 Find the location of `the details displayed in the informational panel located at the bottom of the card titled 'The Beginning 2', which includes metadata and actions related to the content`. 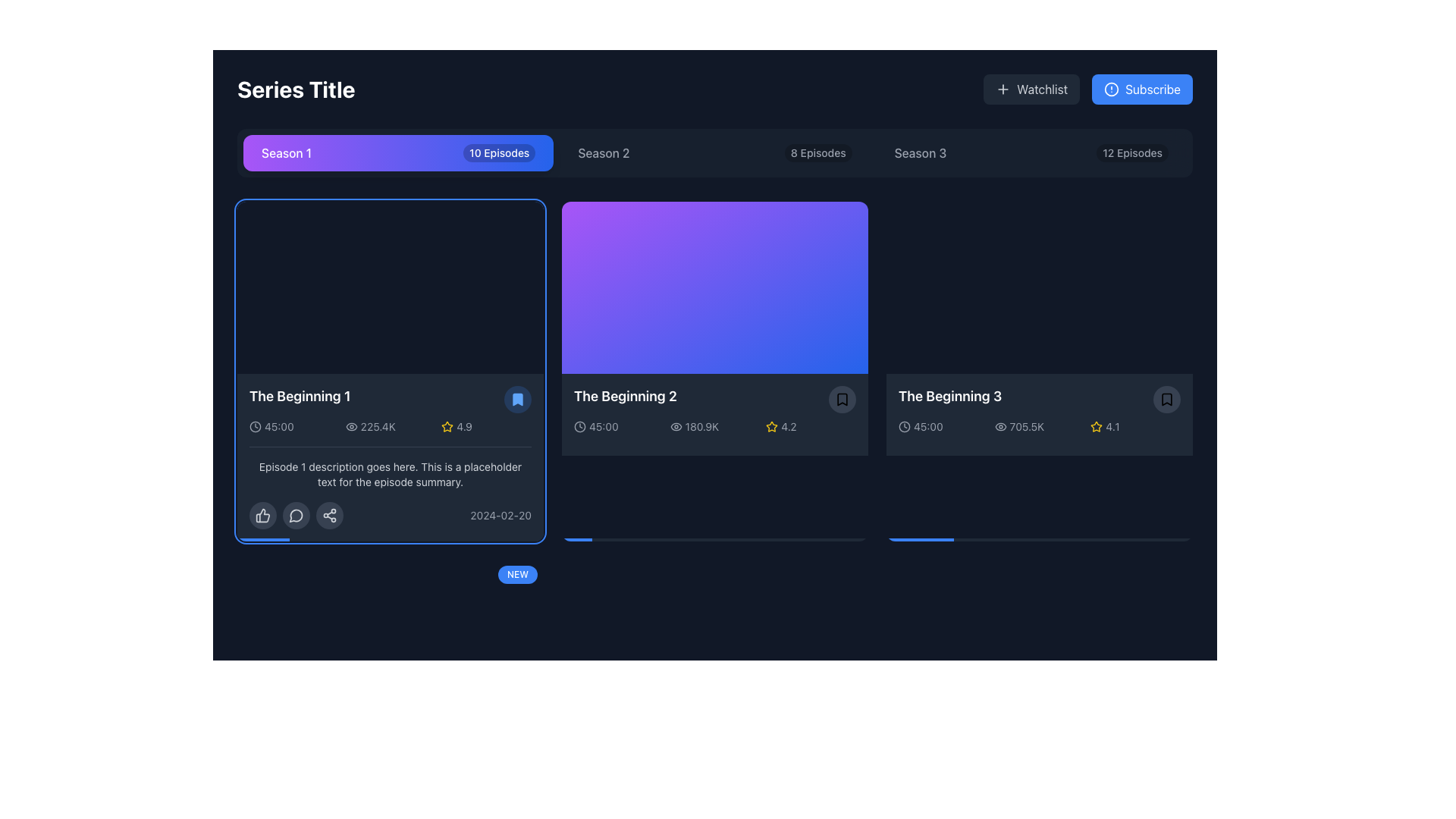

the details displayed in the informational panel located at the bottom of the card titled 'The Beginning 2', which includes metadata and actions related to the content is located at coordinates (714, 415).